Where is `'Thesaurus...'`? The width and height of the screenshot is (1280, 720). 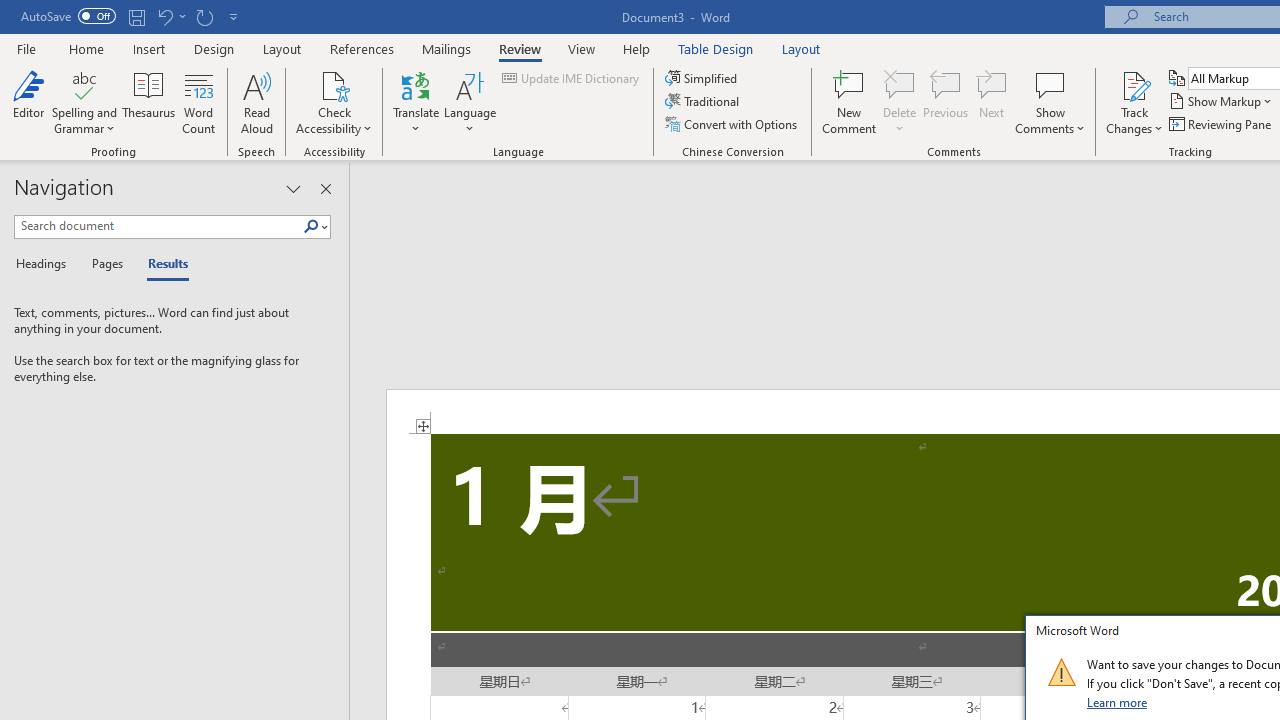 'Thesaurus...' is located at coordinates (148, 103).